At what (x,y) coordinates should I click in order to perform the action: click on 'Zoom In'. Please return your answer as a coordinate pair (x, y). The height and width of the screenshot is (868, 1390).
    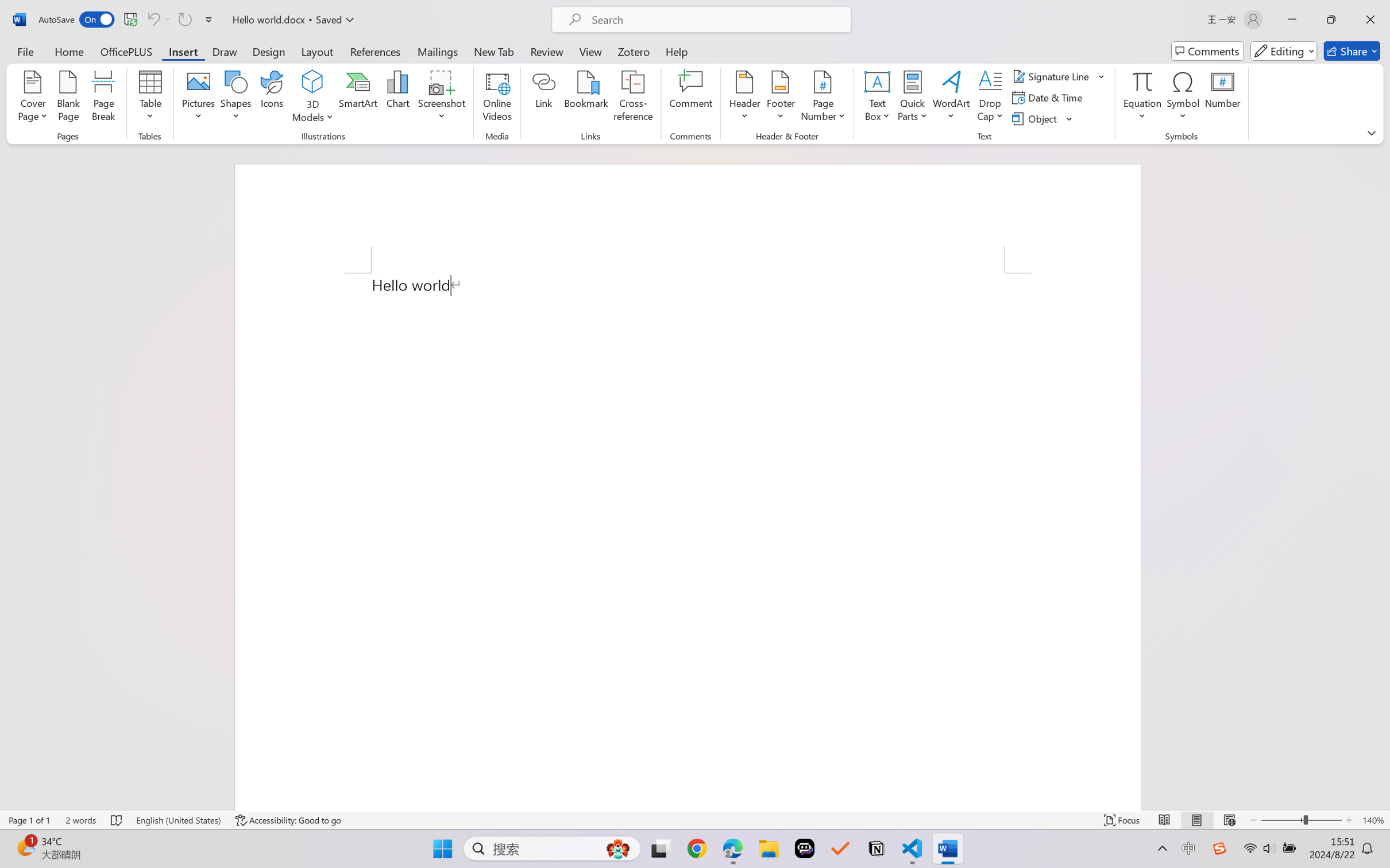
    Looking at the image, I should click on (1349, 820).